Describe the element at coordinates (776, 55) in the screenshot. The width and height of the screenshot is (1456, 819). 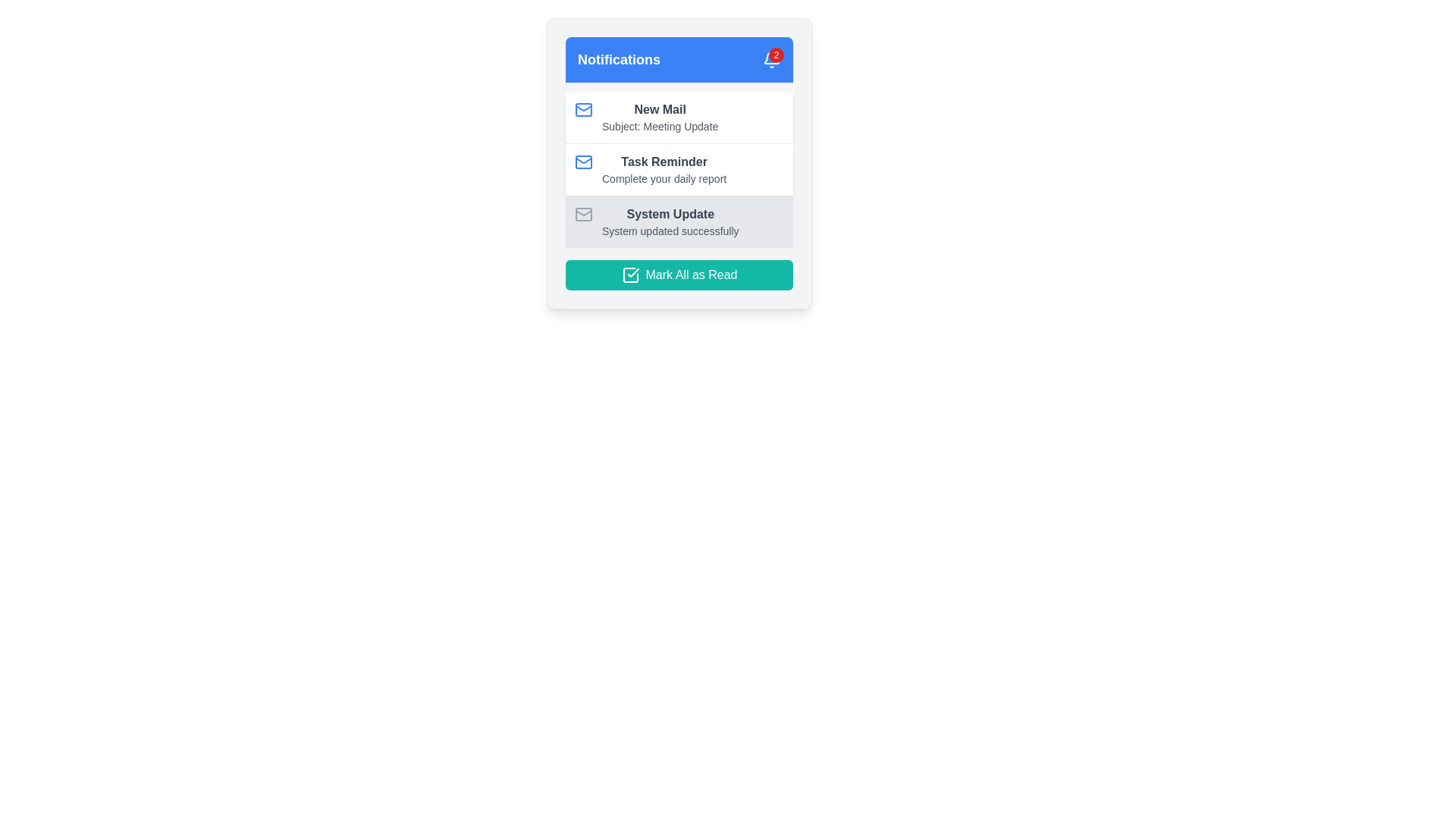
I see `circular badge with a red background and white text displaying the number '2', located at the top-right corner of the notification bell icon` at that location.